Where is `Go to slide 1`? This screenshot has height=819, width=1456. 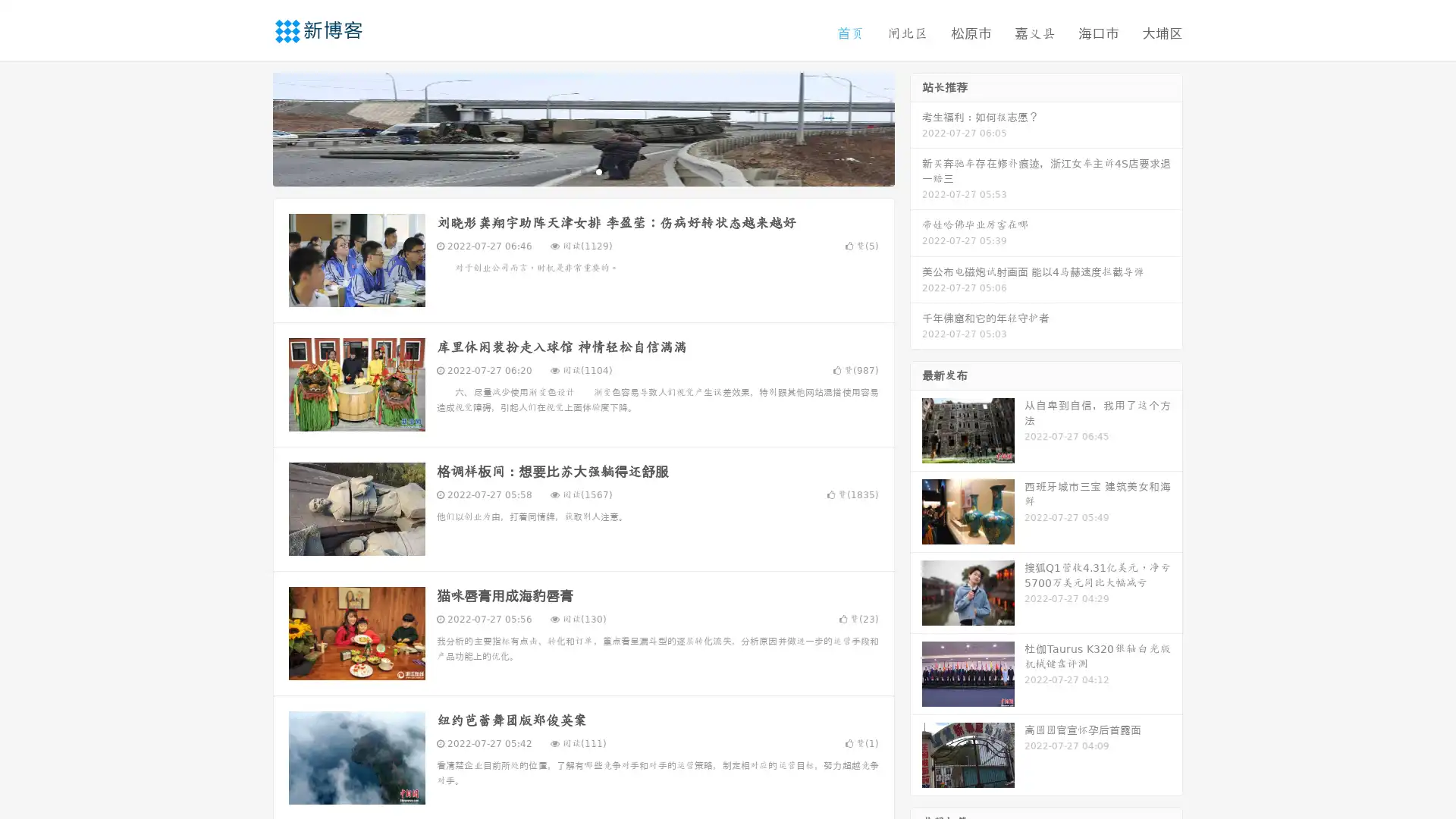
Go to slide 1 is located at coordinates (567, 171).